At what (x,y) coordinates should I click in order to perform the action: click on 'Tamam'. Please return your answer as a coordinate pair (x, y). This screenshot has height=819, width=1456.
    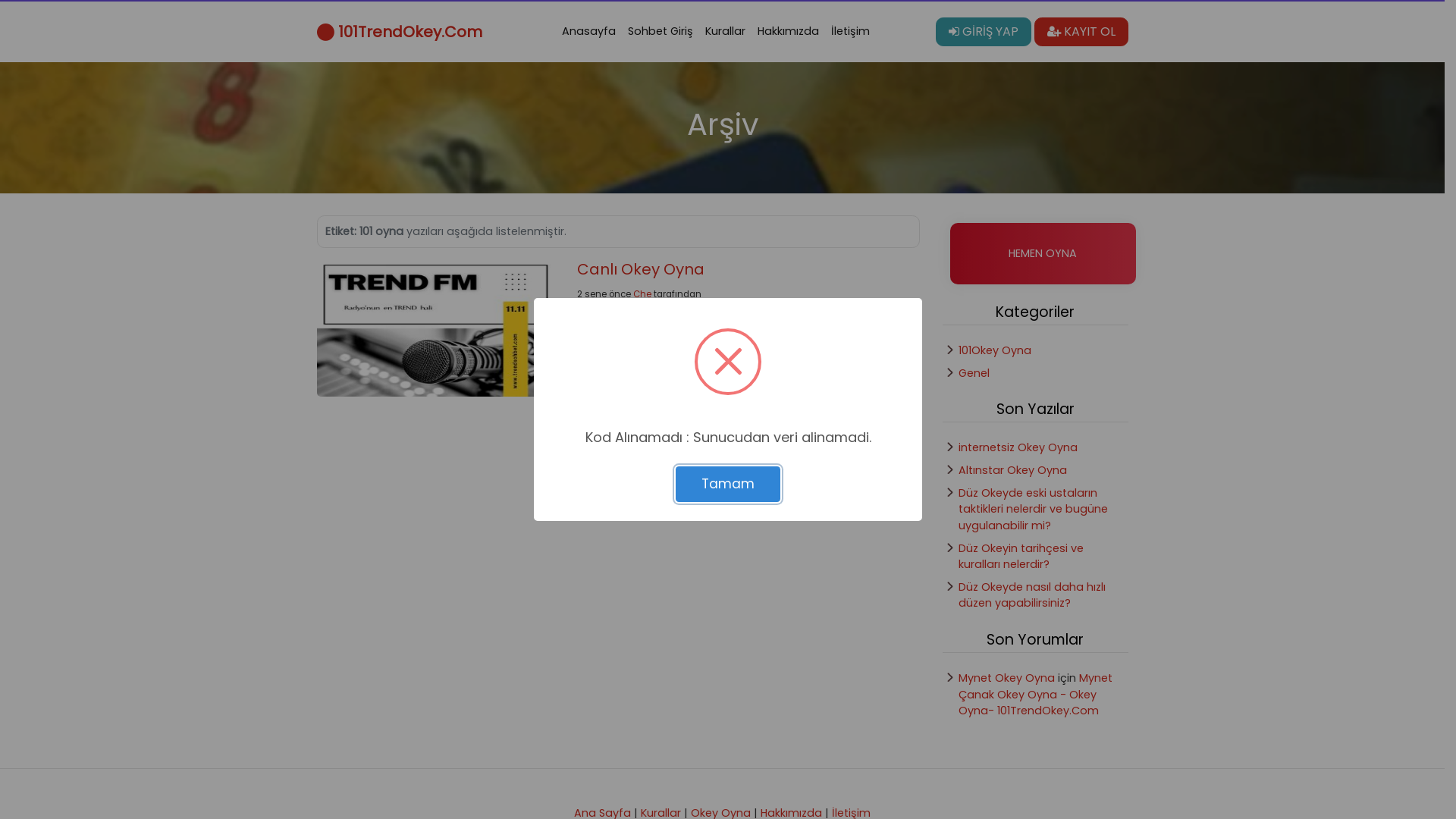
    Looking at the image, I should click on (728, 484).